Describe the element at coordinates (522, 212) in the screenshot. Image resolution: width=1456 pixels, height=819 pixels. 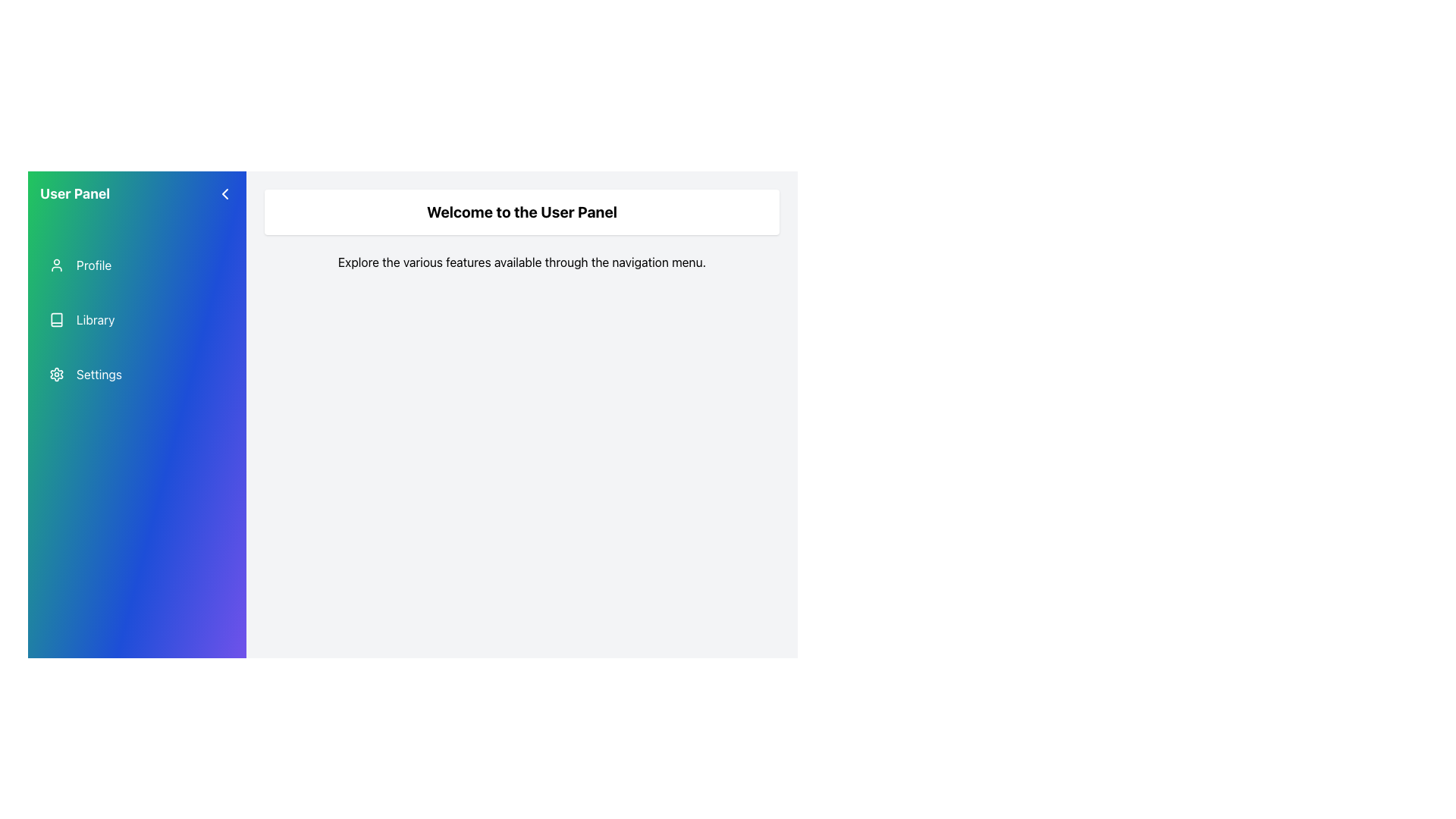
I see `the bold title 'Welcome to the User Panel' located at the top center of the main content area` at that location.